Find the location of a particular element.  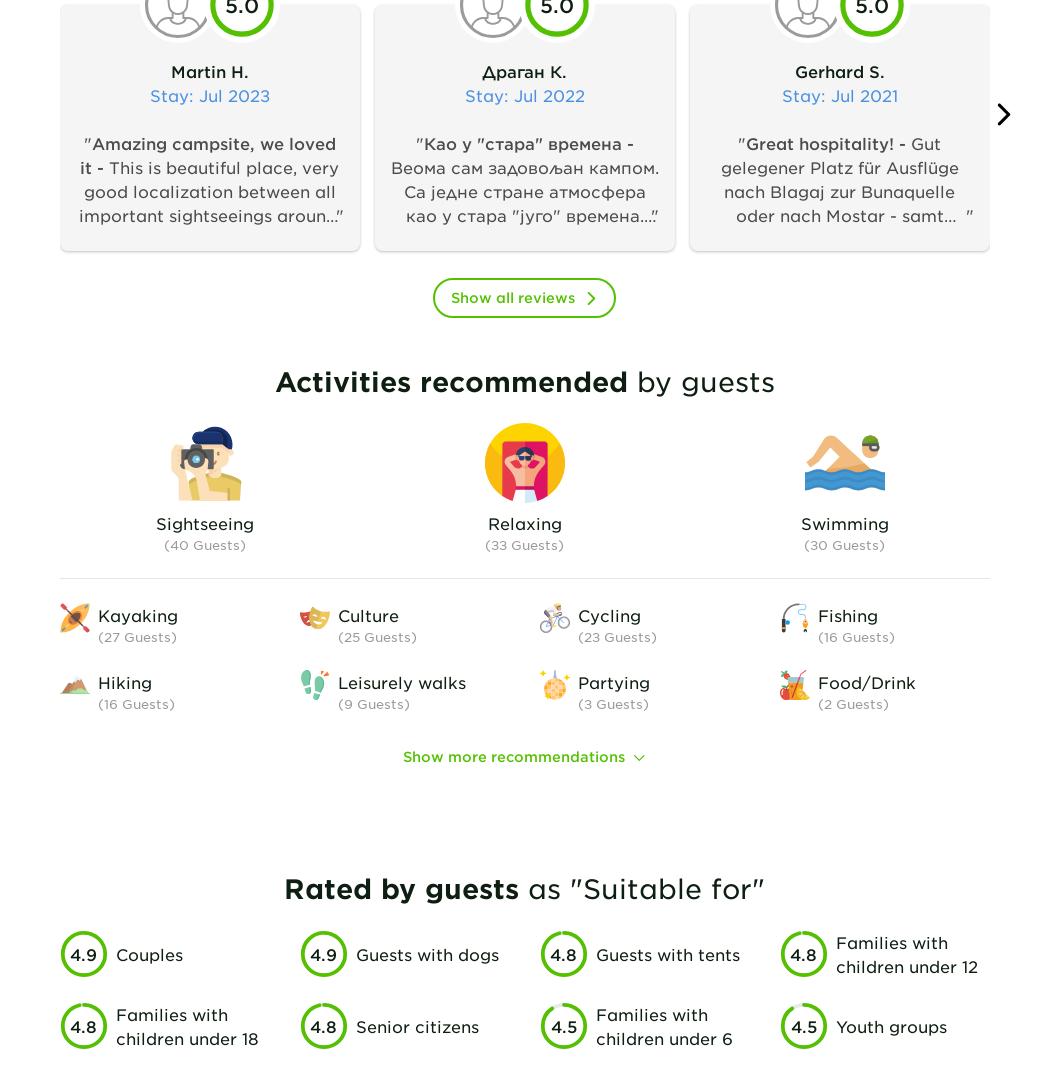

'Rated by guests' is located at coordinates (283, 888).